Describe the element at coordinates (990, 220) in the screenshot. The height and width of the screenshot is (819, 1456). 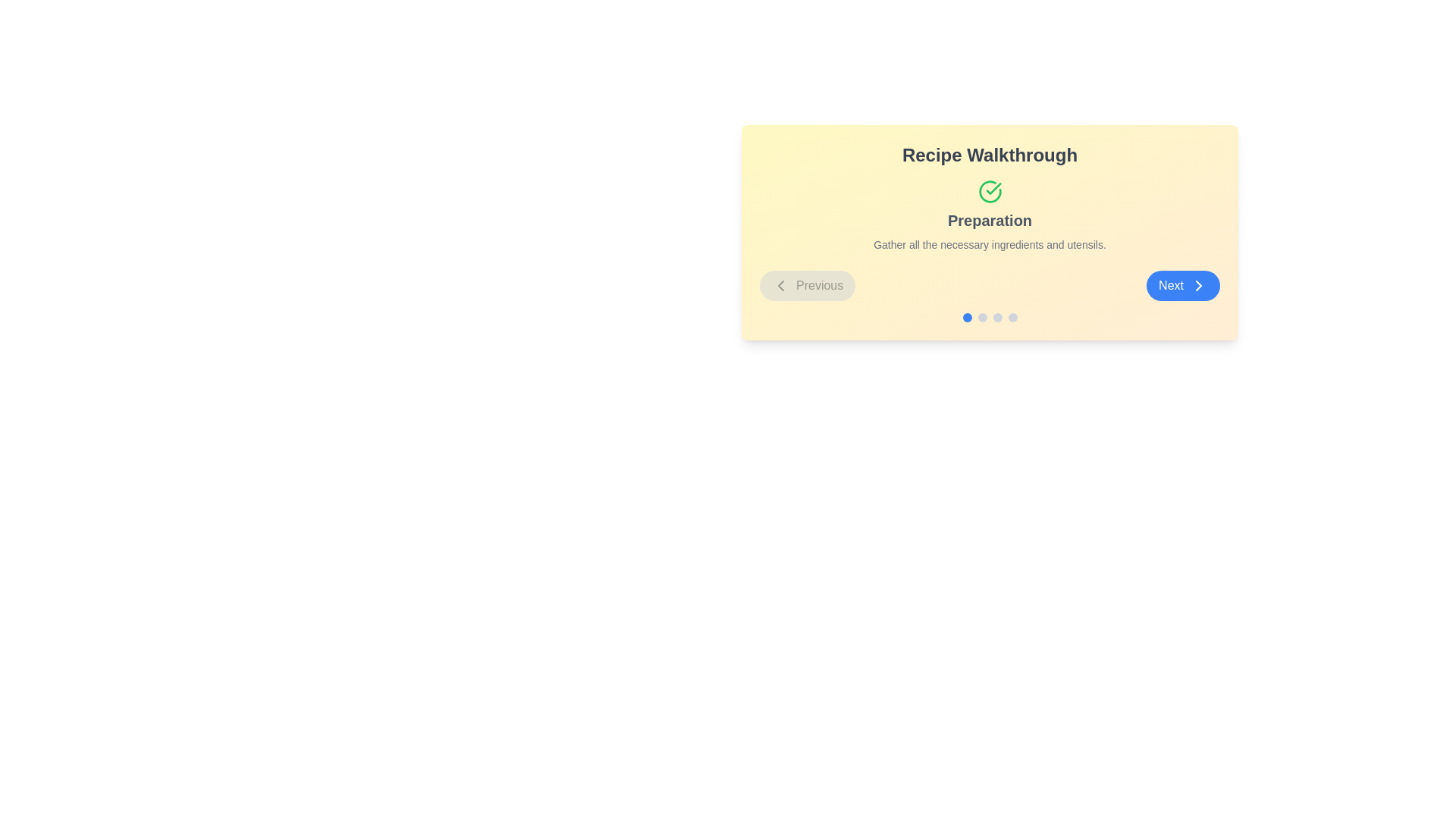
I see `the heading text element that indicates the 'Preparation' stage, positioned centrally within a card interface, below a green checkmark icon` at that location.